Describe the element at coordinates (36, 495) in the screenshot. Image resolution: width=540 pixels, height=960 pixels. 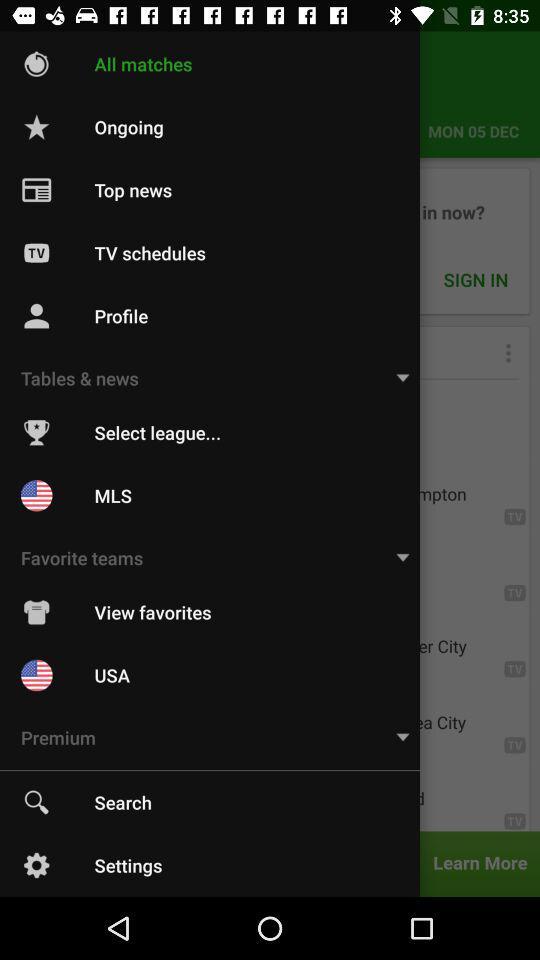
I see `the flag beside mls` at that location.